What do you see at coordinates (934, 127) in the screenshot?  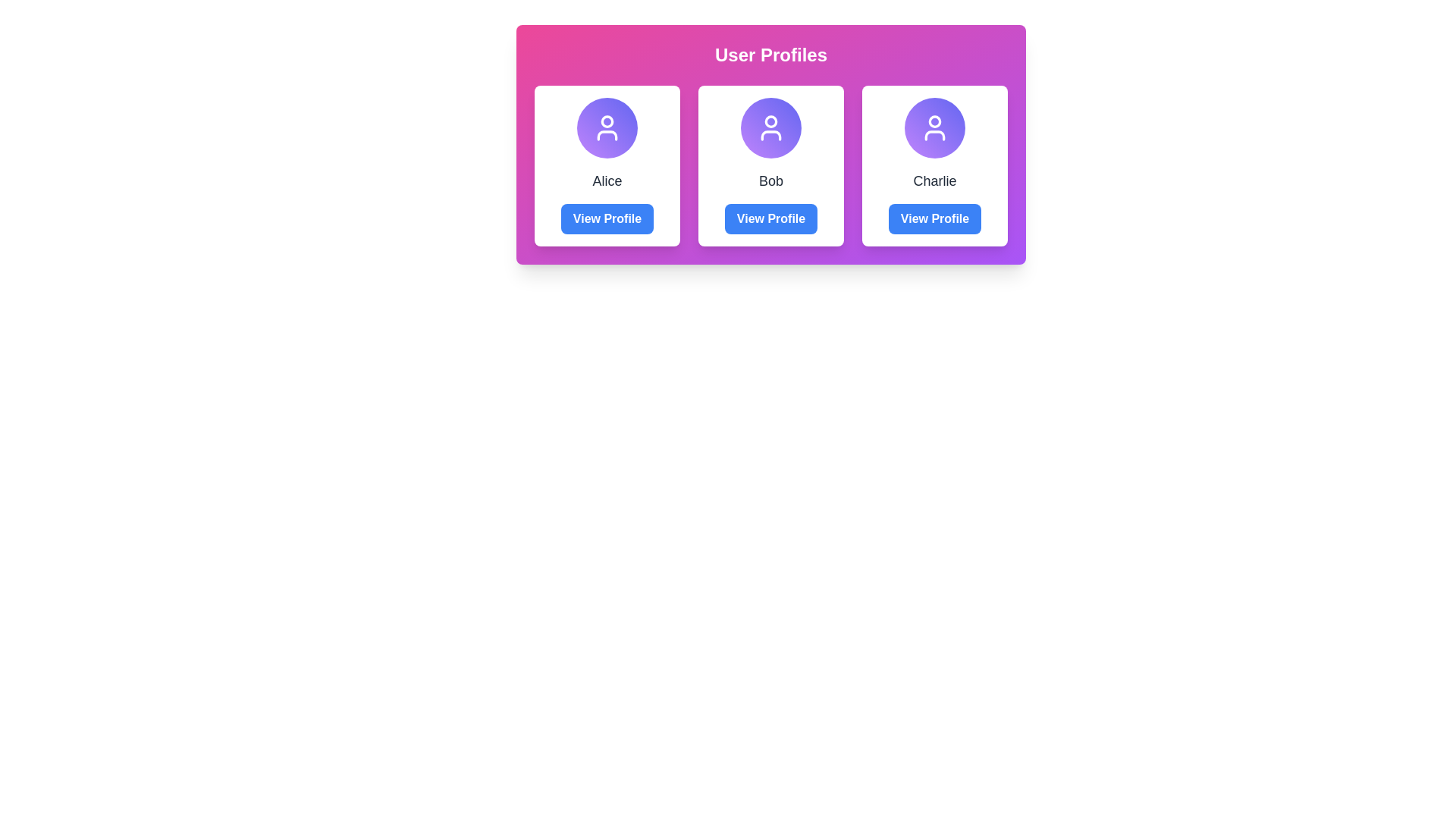 I see `the user profile SVG icon, which is a circular head with shoulders in white, located in the third card under 'User Profiles.'` at bounding box center [934, 127].